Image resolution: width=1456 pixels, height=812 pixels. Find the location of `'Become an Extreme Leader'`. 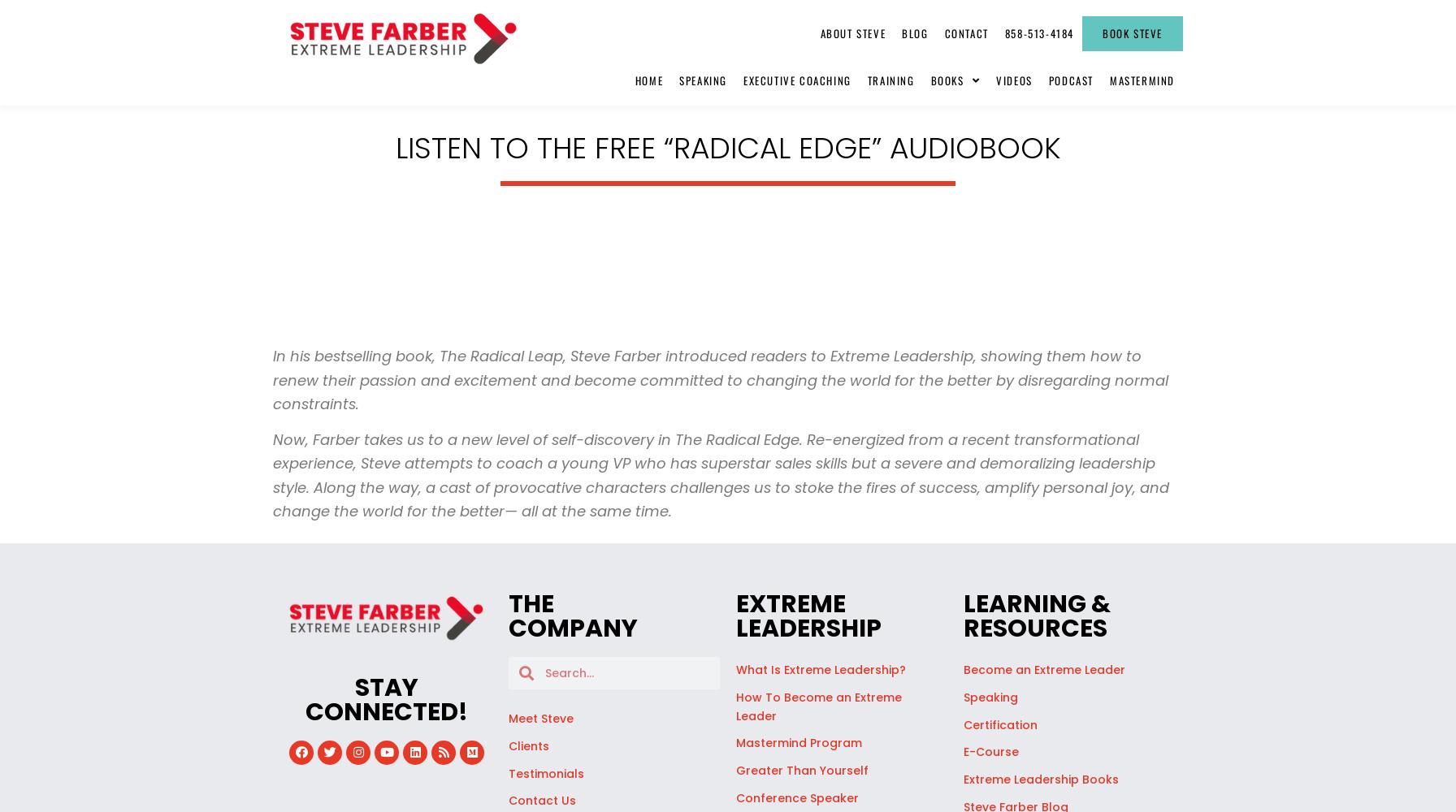

'Become an Extreme Leader' is located at coordinates (1044, 669).